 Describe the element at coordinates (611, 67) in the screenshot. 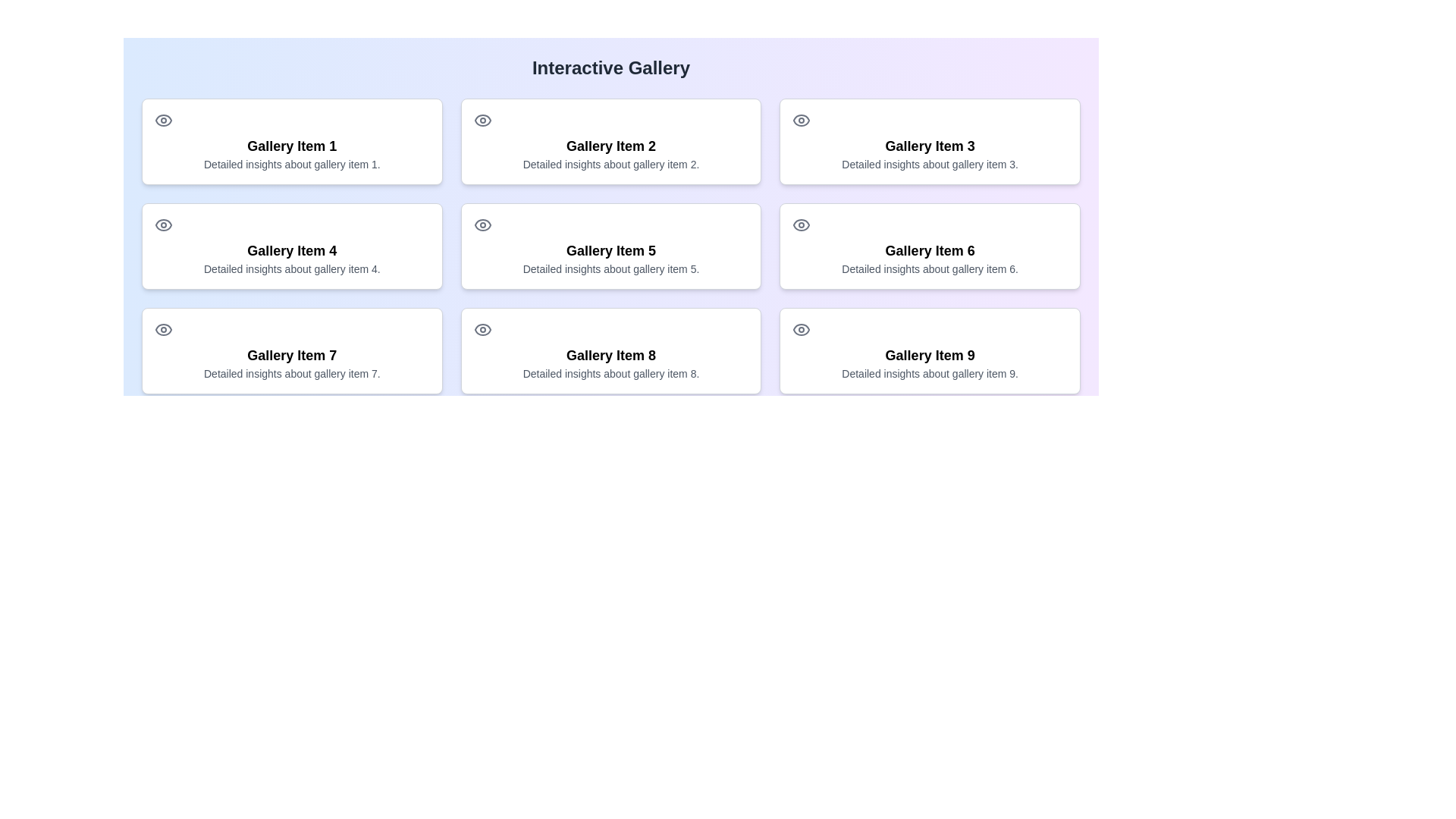

I see `the Header text that serves as the title for the interactive gallery section to refer to the title for guidance` at that location.